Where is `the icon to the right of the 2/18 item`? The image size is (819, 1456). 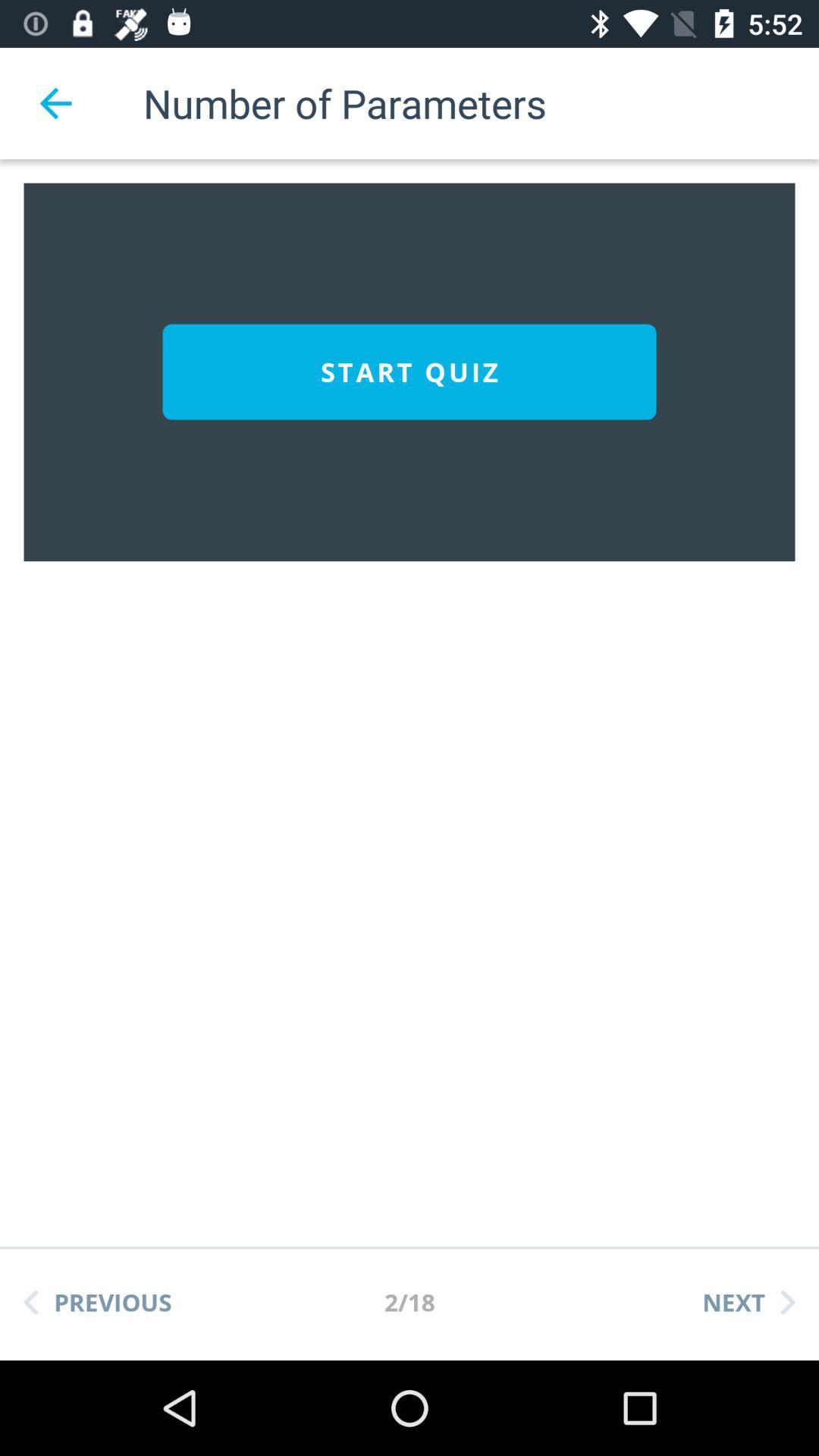
the icon to the right of the 2/18 item is located at coordinates (748, 1301).